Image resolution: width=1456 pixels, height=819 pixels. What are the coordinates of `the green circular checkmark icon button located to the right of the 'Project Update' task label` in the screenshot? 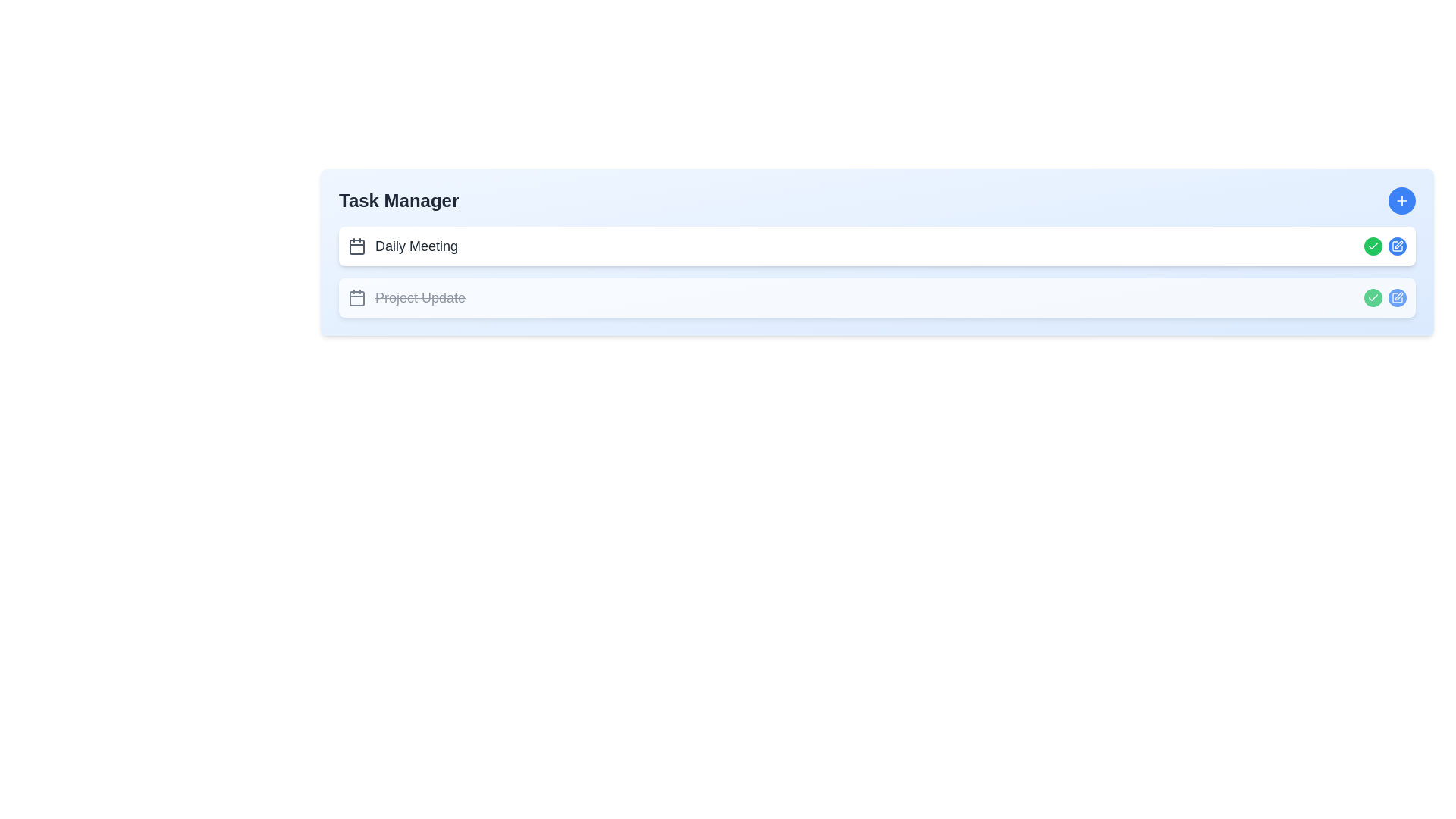 It's located at (1373, 245).